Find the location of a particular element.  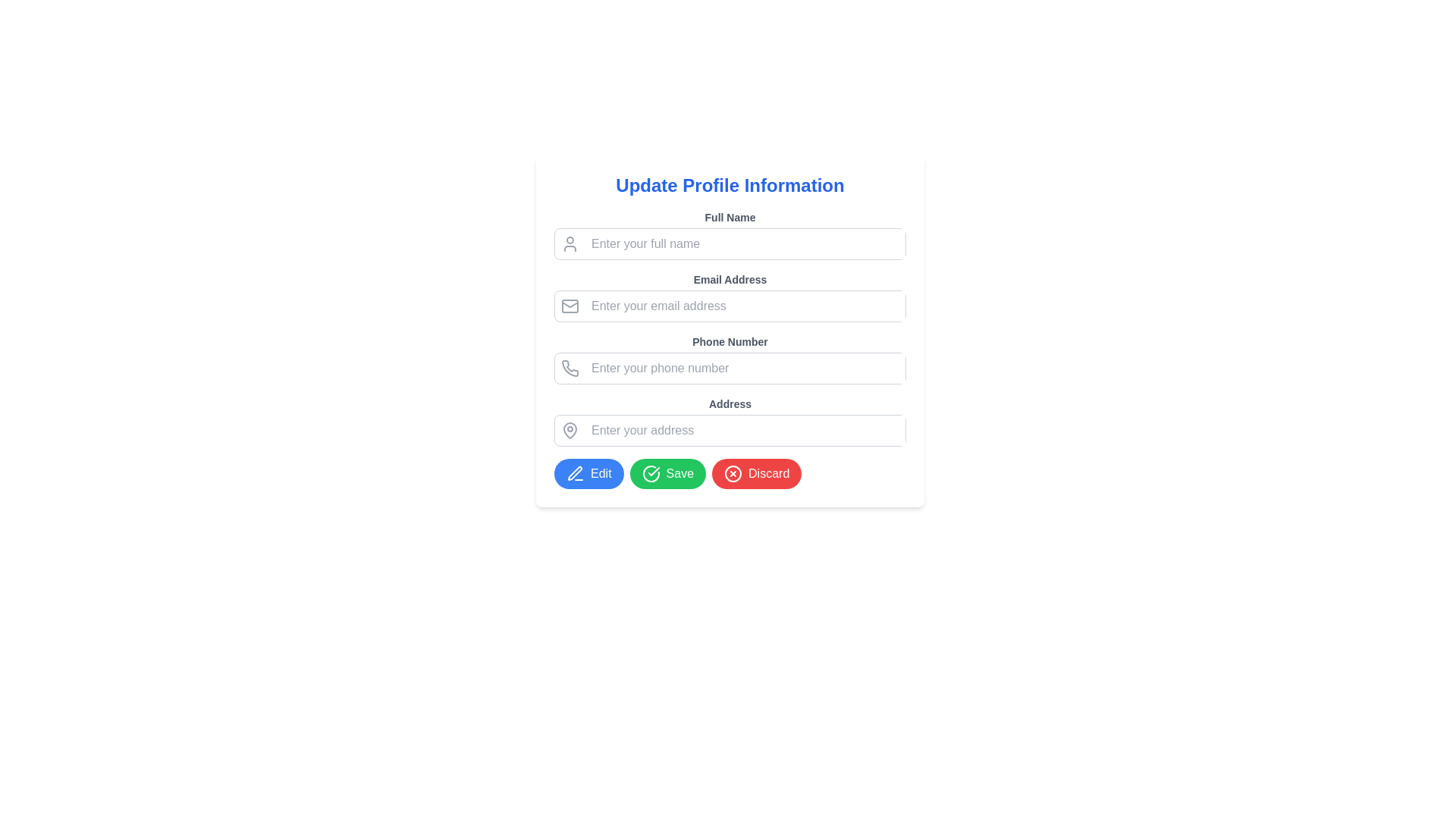

the 'Discard' button, which is a rounded rectangular button with a vivid red background and white text, located at the bottom of the form, to discard changes is located at coordinates (757, 472).